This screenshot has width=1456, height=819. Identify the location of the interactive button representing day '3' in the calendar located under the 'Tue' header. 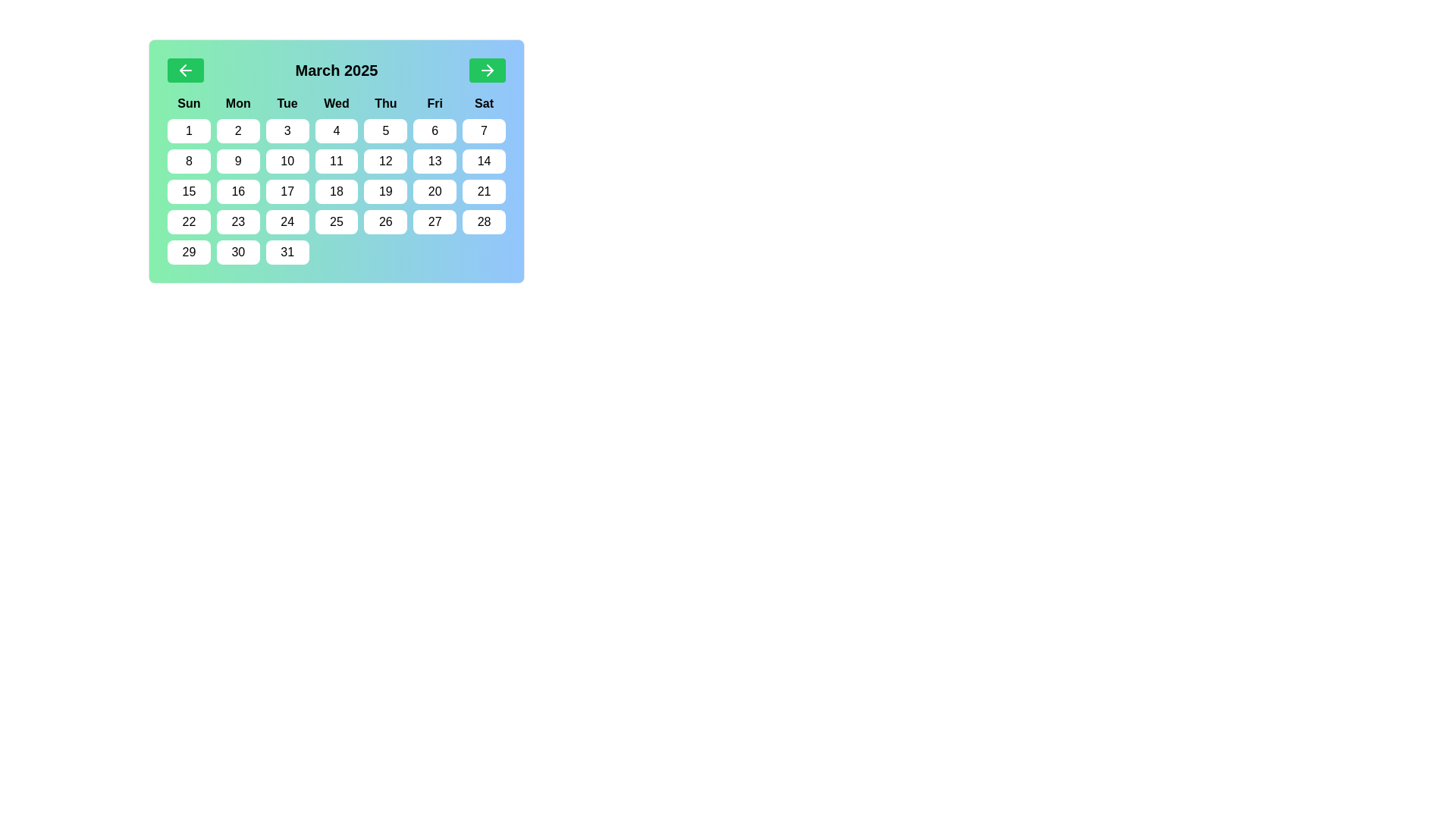
(287, 130).